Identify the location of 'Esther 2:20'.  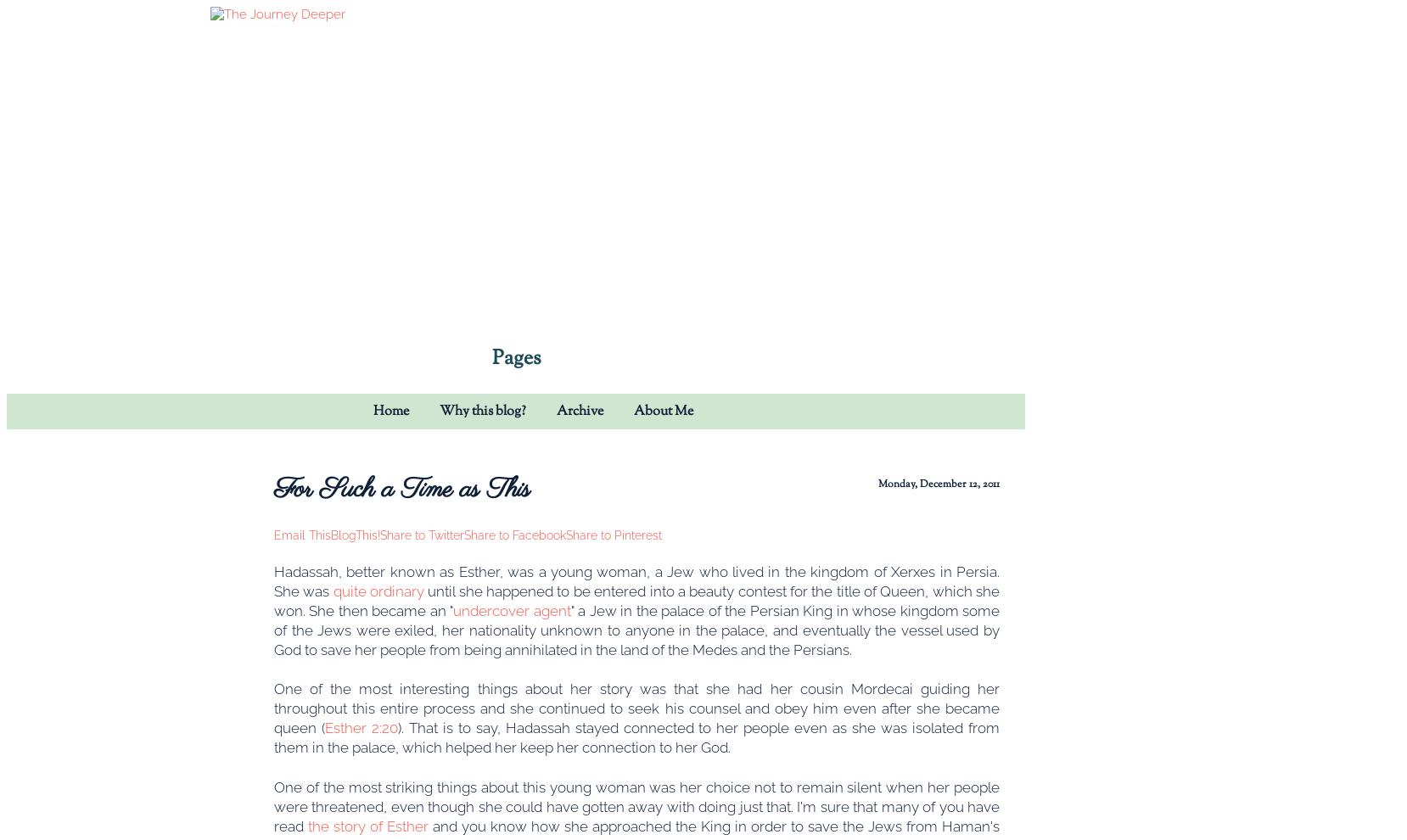
(323, 728).